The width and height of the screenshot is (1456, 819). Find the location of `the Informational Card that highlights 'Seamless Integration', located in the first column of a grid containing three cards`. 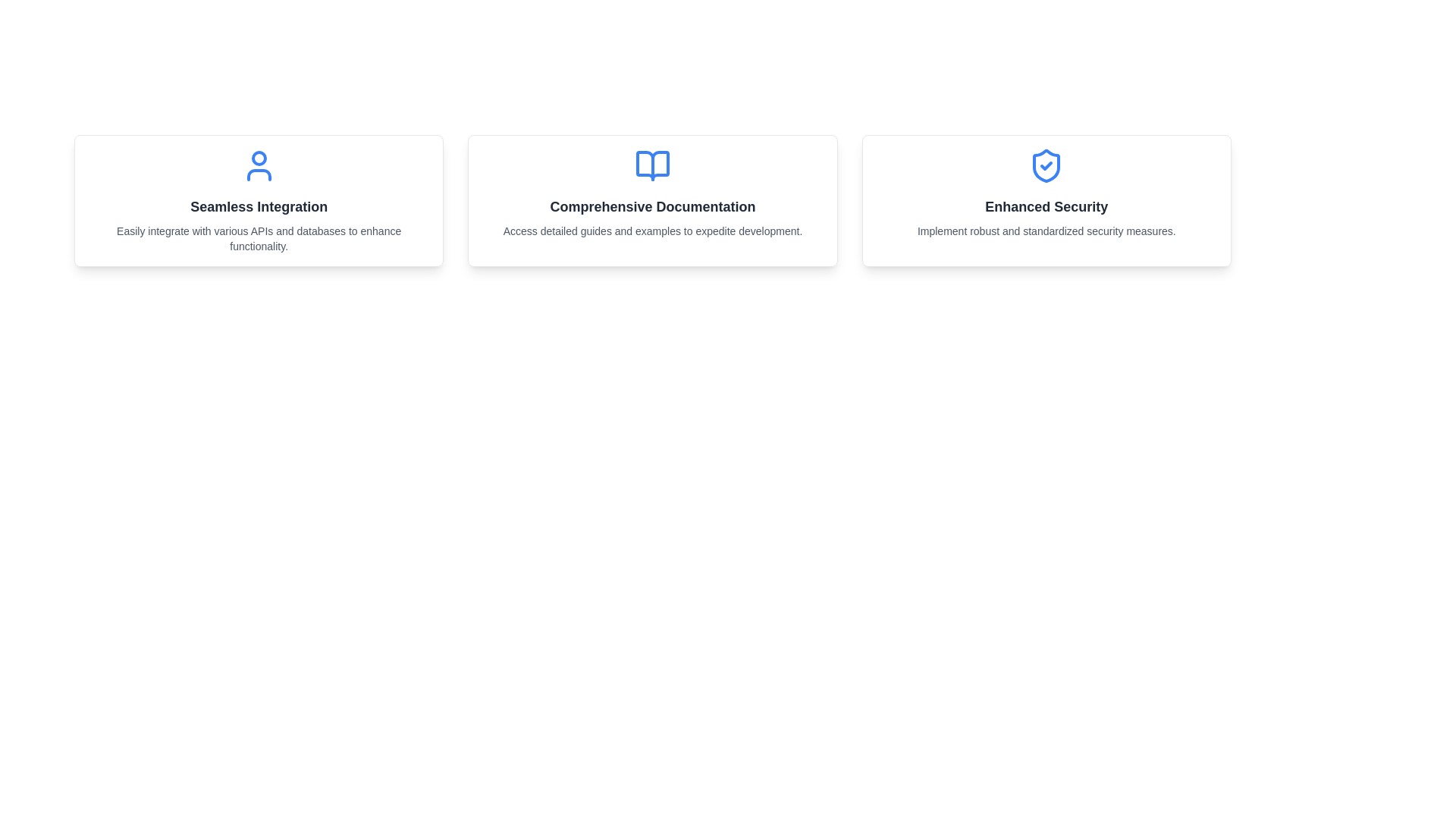

the Informational Card that highlights 'Seamless Integration', located in the first column of a grid containing three cards is located at coordinates (259, 200).